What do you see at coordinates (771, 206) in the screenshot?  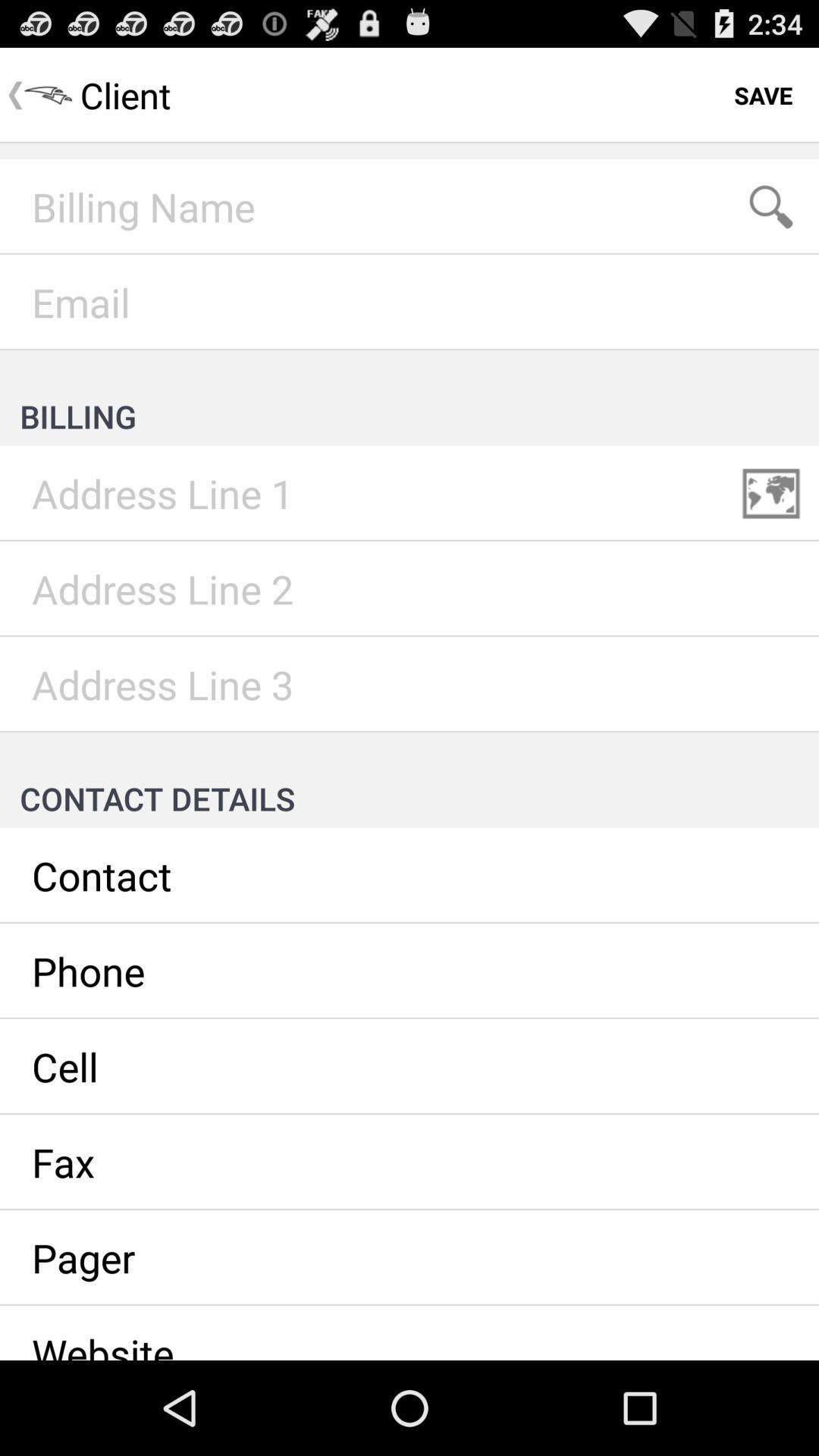 I see `search term` at bounding box center [771, 206].